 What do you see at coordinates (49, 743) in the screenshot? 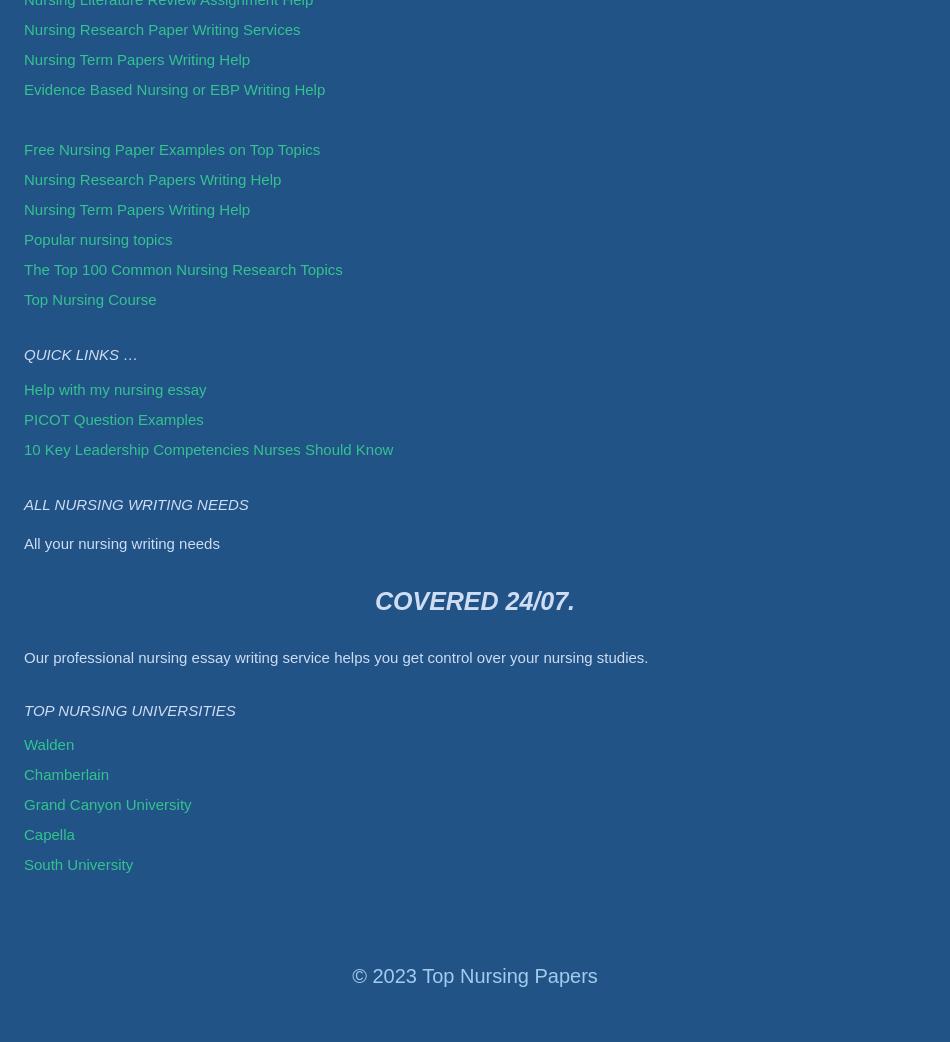
I see `'Walden'` at bounding box center [49, 743].